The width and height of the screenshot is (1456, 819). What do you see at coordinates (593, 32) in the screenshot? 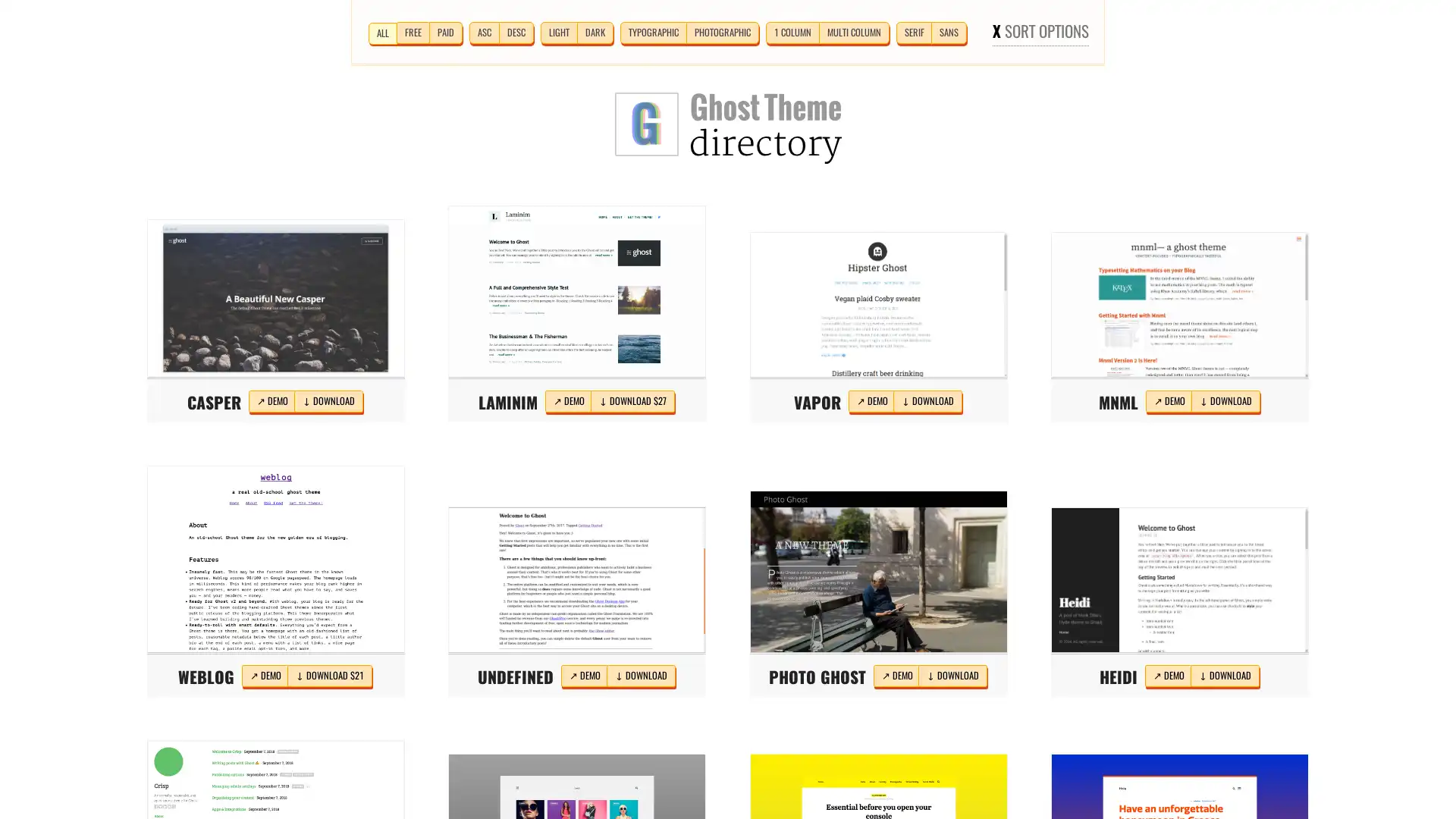
I see `DARK` at bounding box center [593, 32].